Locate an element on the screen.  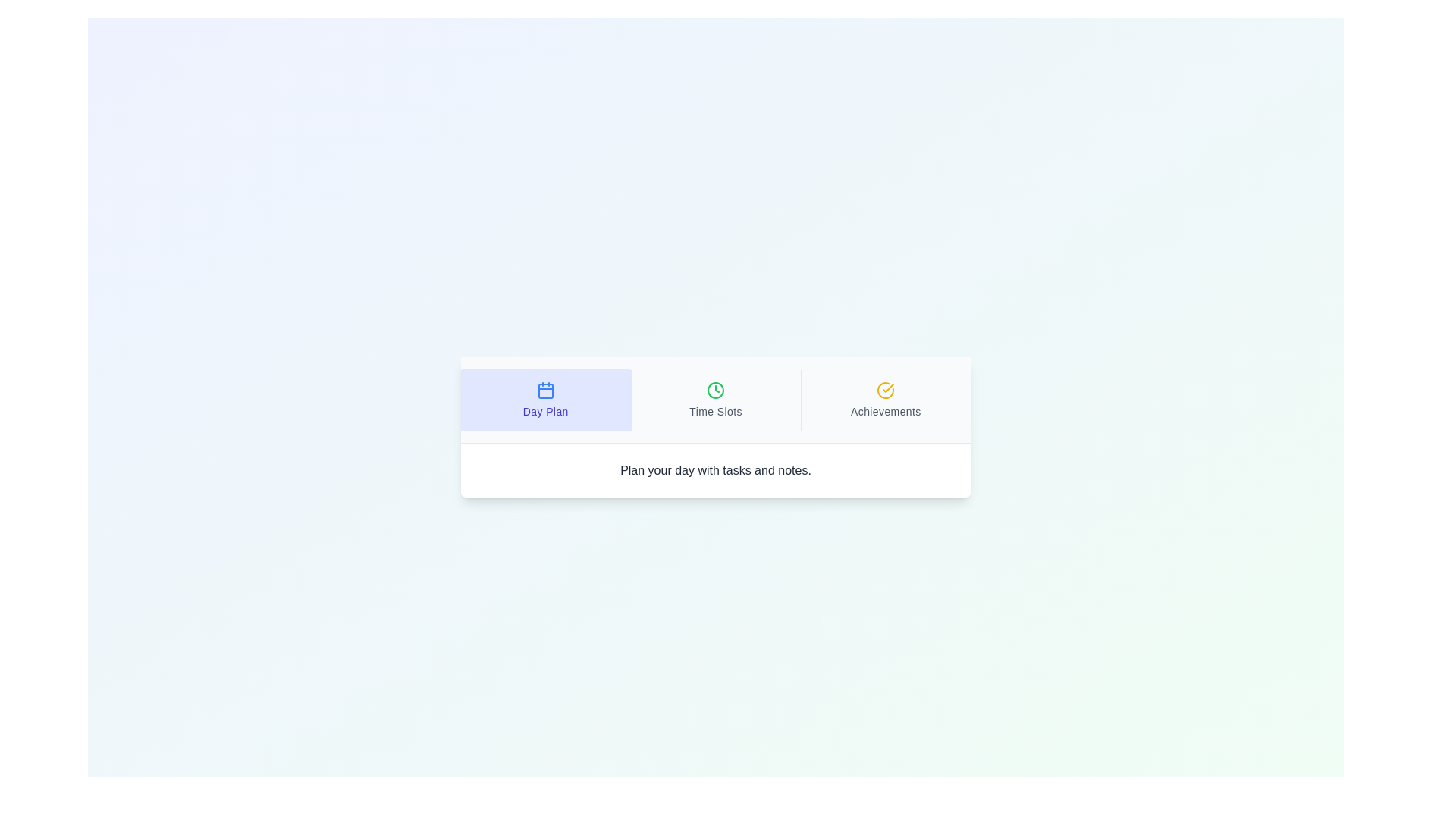
the tab titled Day Plan is located at coordinates (545, 399).